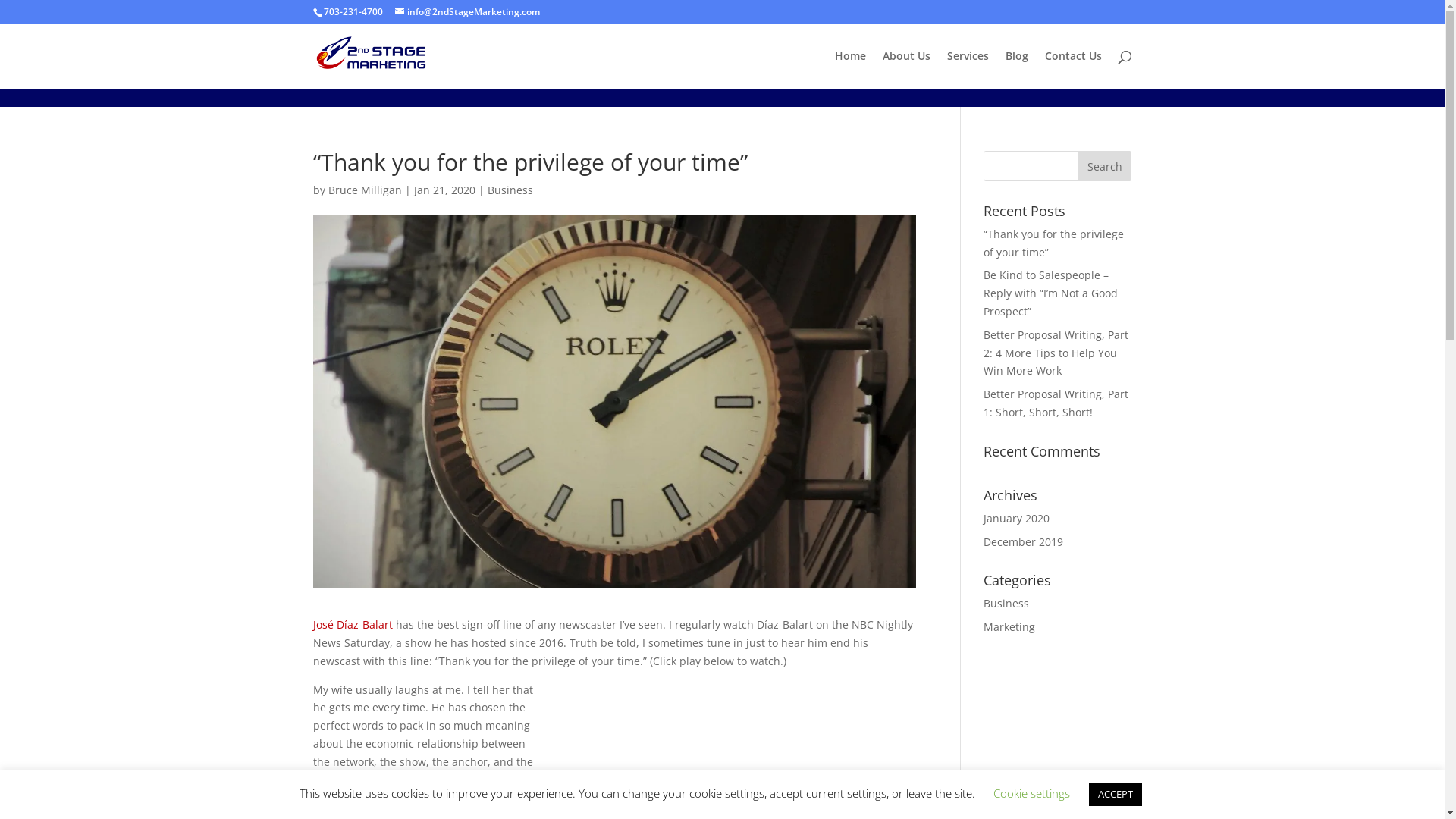  I want to click on 'Home', so click(849, 70).